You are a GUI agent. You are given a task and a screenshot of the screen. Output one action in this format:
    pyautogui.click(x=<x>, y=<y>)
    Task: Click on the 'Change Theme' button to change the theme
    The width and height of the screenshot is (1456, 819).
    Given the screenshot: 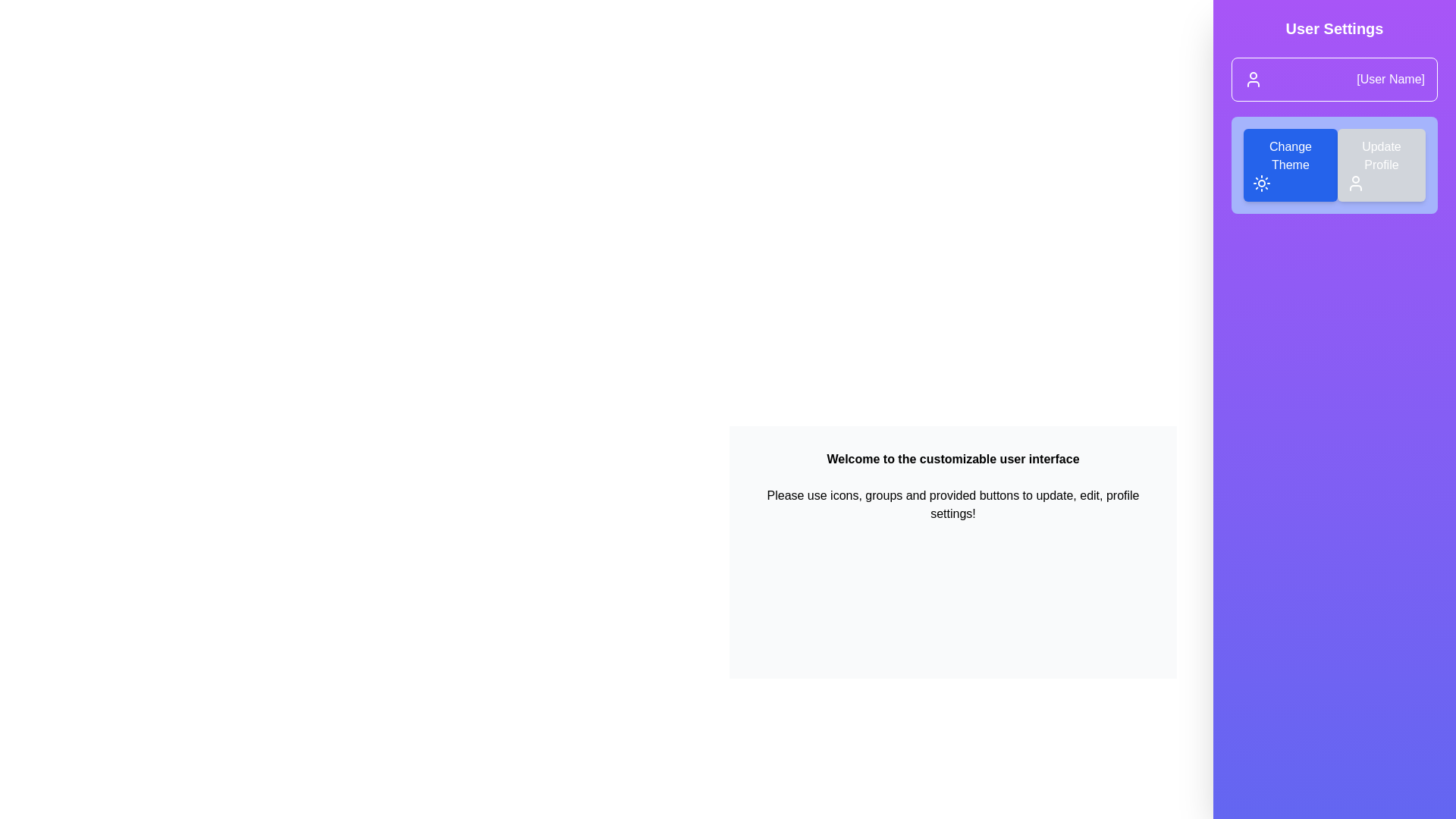 What is the action you would take?
    pyautogui.click(x=1289, y=165)
    